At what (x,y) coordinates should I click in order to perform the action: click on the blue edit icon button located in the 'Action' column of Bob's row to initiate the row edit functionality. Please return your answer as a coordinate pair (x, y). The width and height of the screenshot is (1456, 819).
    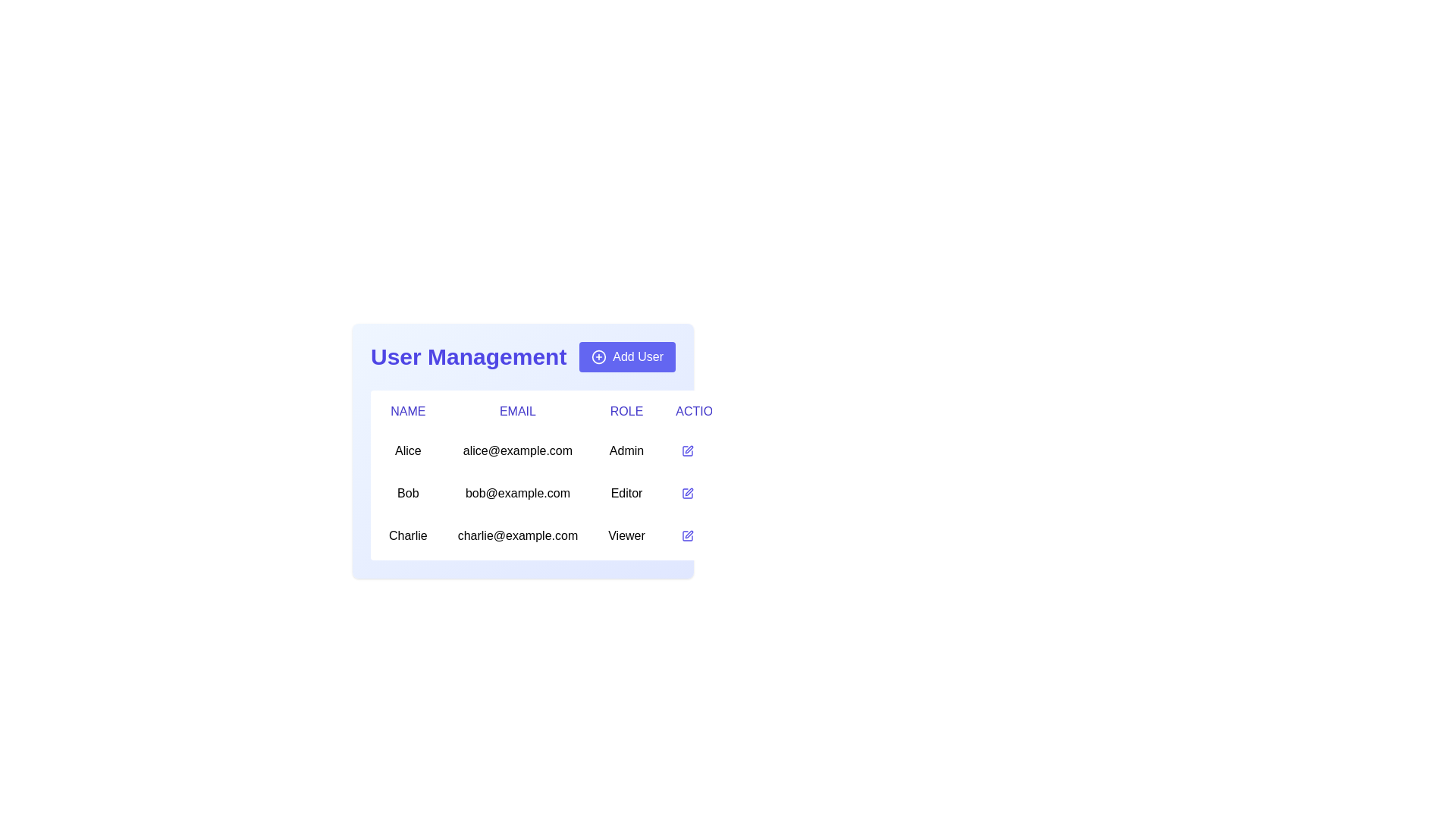
    Looking at the image, I should click on (686, 494).